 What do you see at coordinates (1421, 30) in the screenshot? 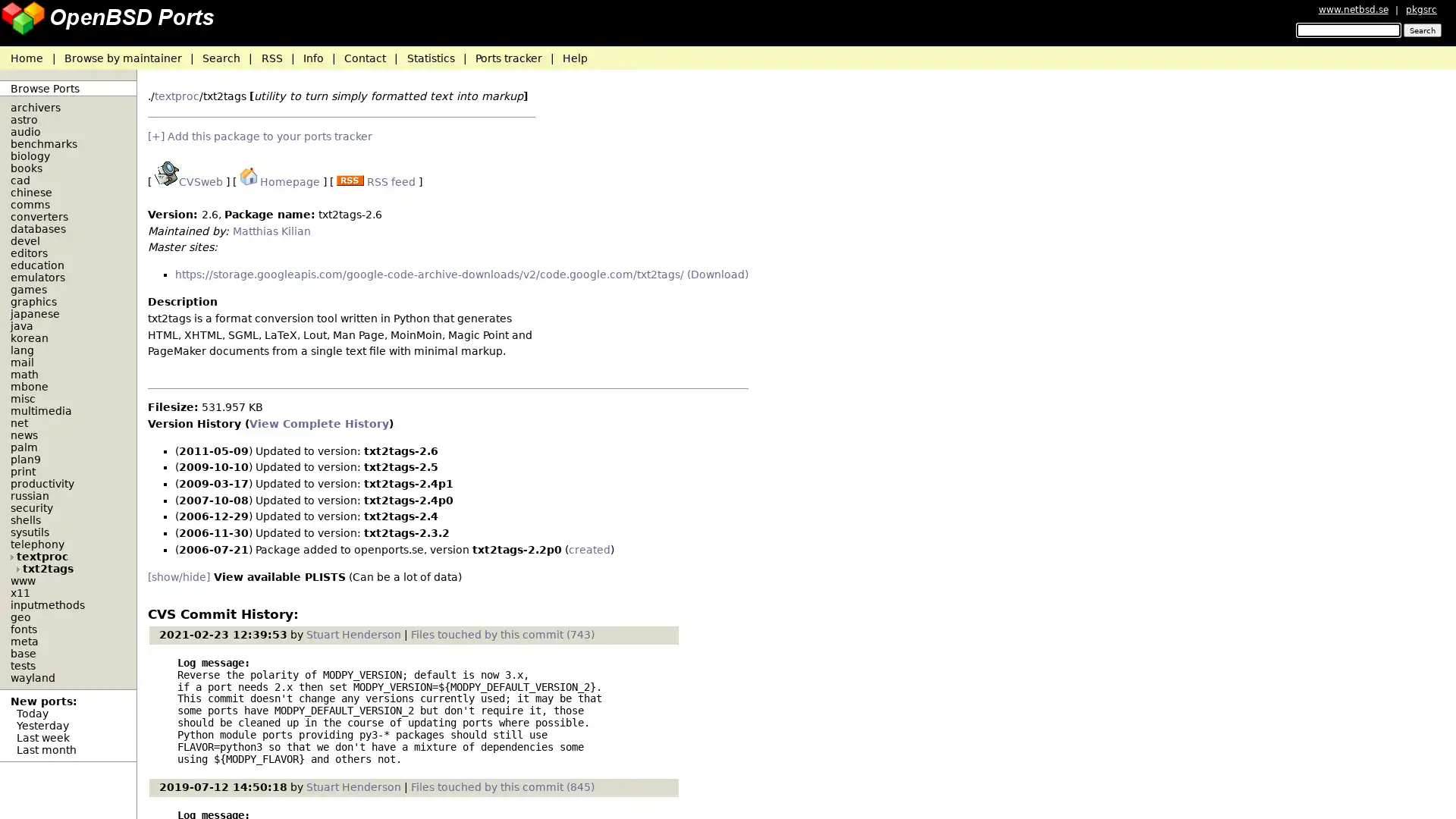
I see `Search` at bounding box center [1421, 30].